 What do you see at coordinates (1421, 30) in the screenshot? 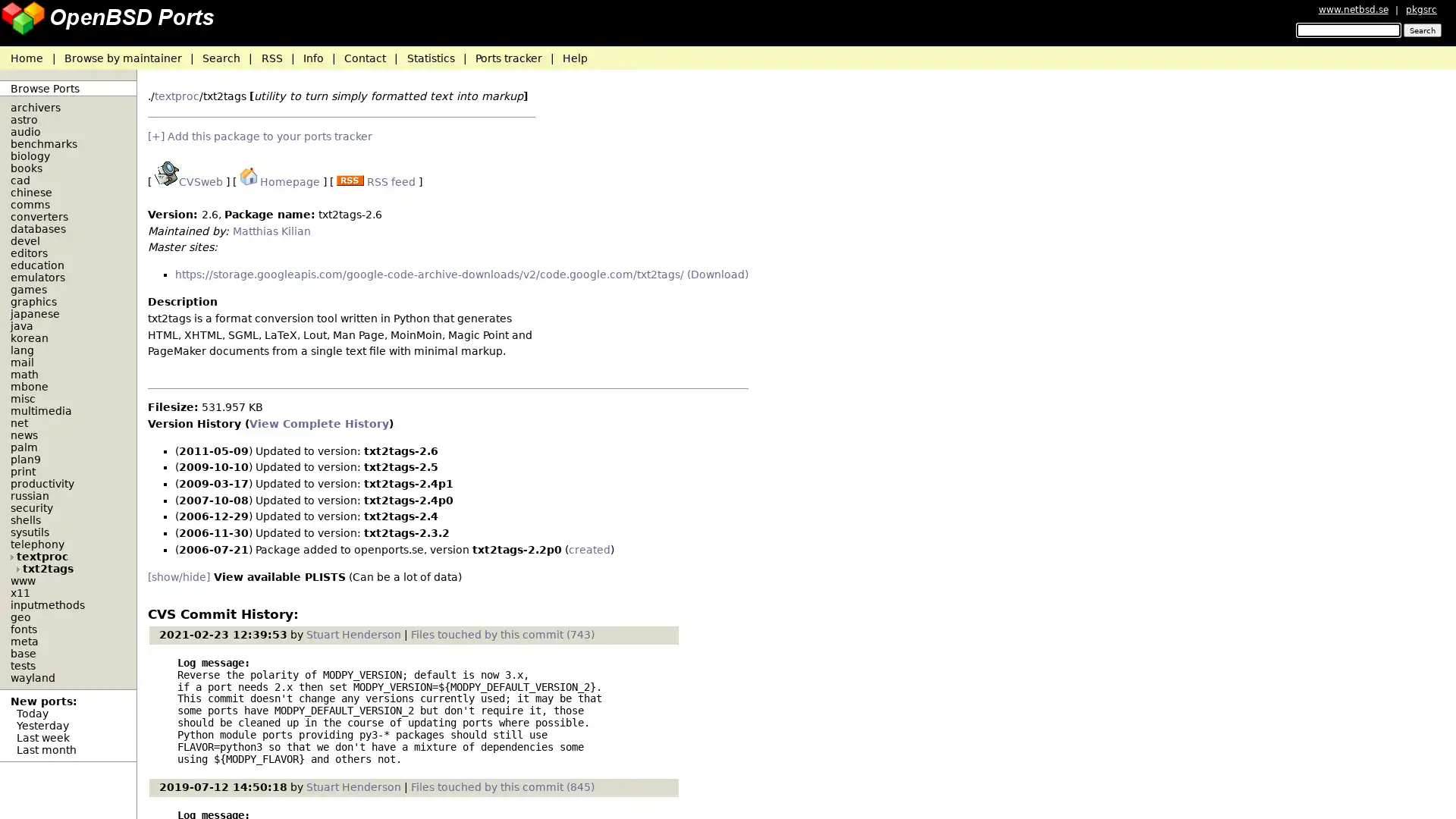
I see `Search` at bounding box center [1421, 30].